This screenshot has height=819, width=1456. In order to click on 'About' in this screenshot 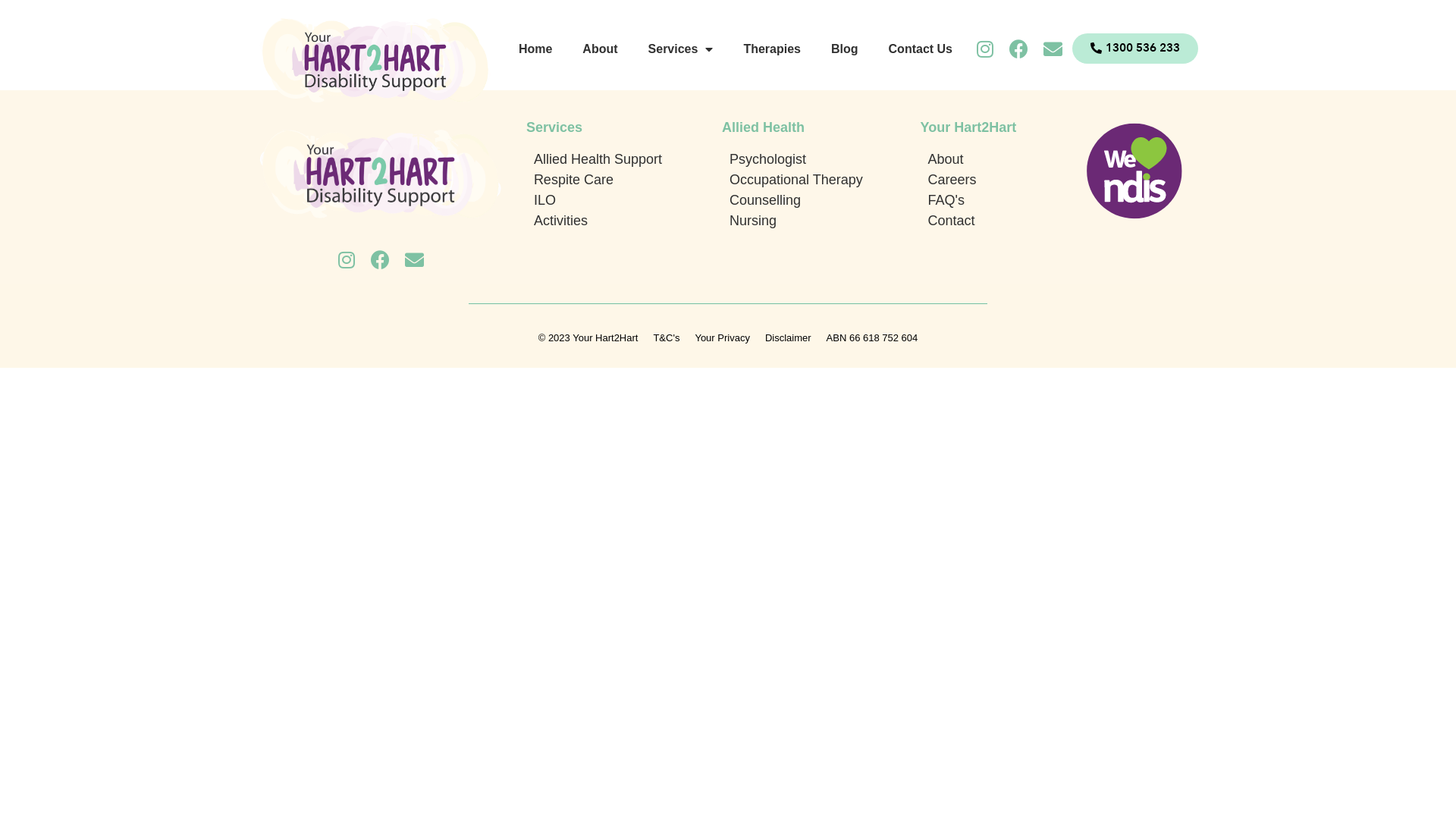, I will do `click(599, 49)`.